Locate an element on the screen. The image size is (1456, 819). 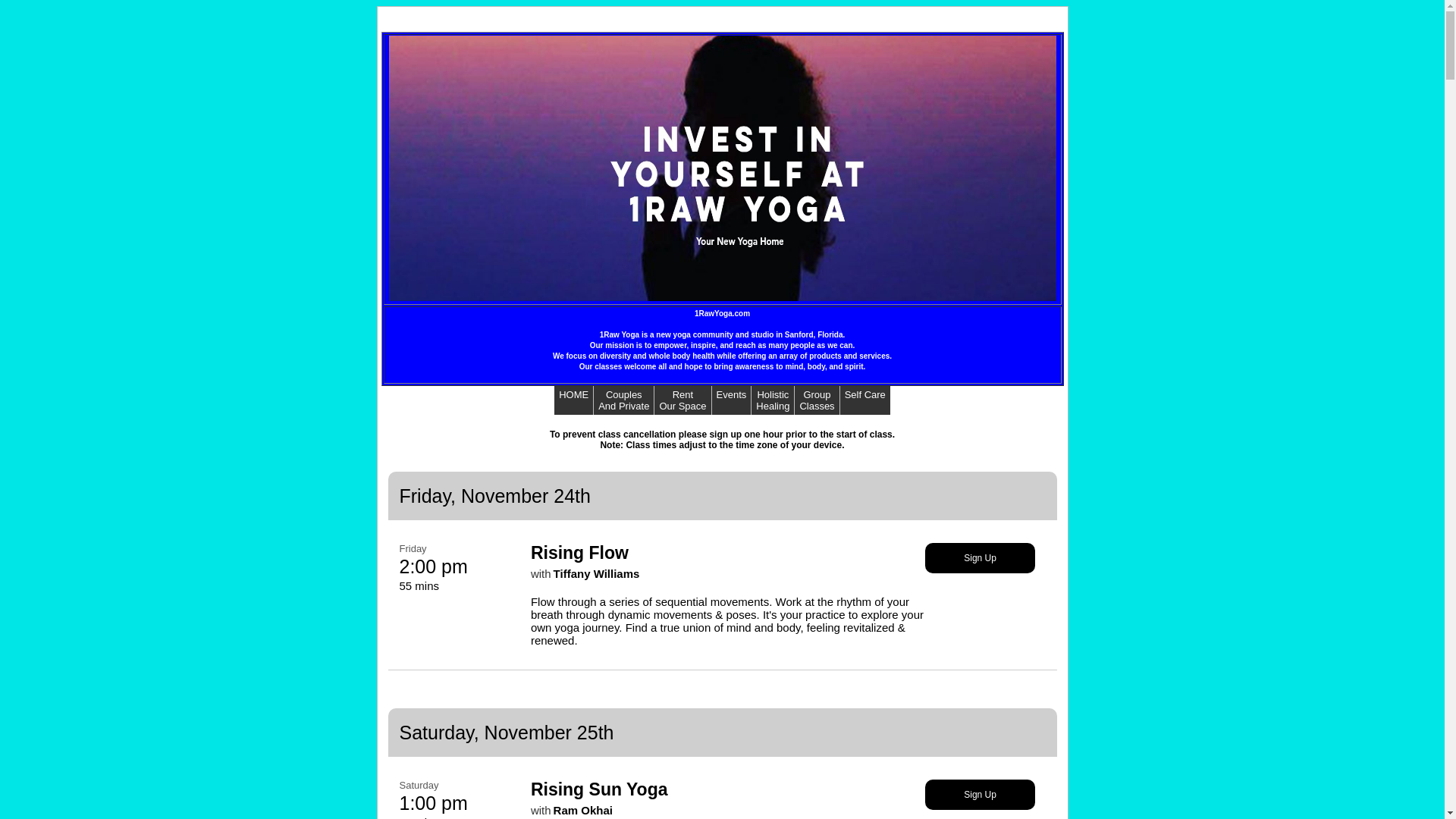
'Self Care' is located at coordinates (865, 394).